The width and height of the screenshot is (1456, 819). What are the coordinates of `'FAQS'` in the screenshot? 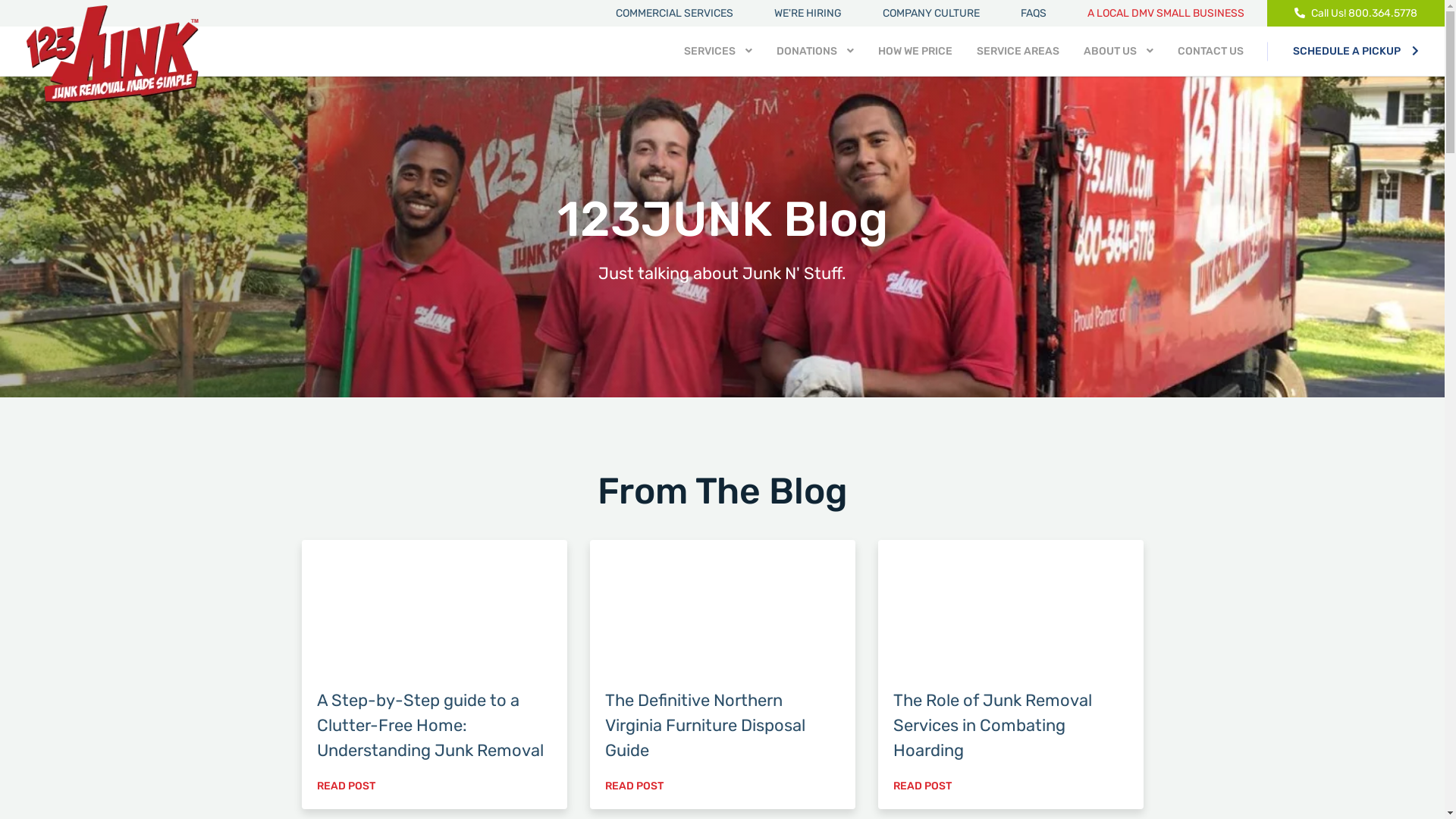 It's located at (1033, 13).